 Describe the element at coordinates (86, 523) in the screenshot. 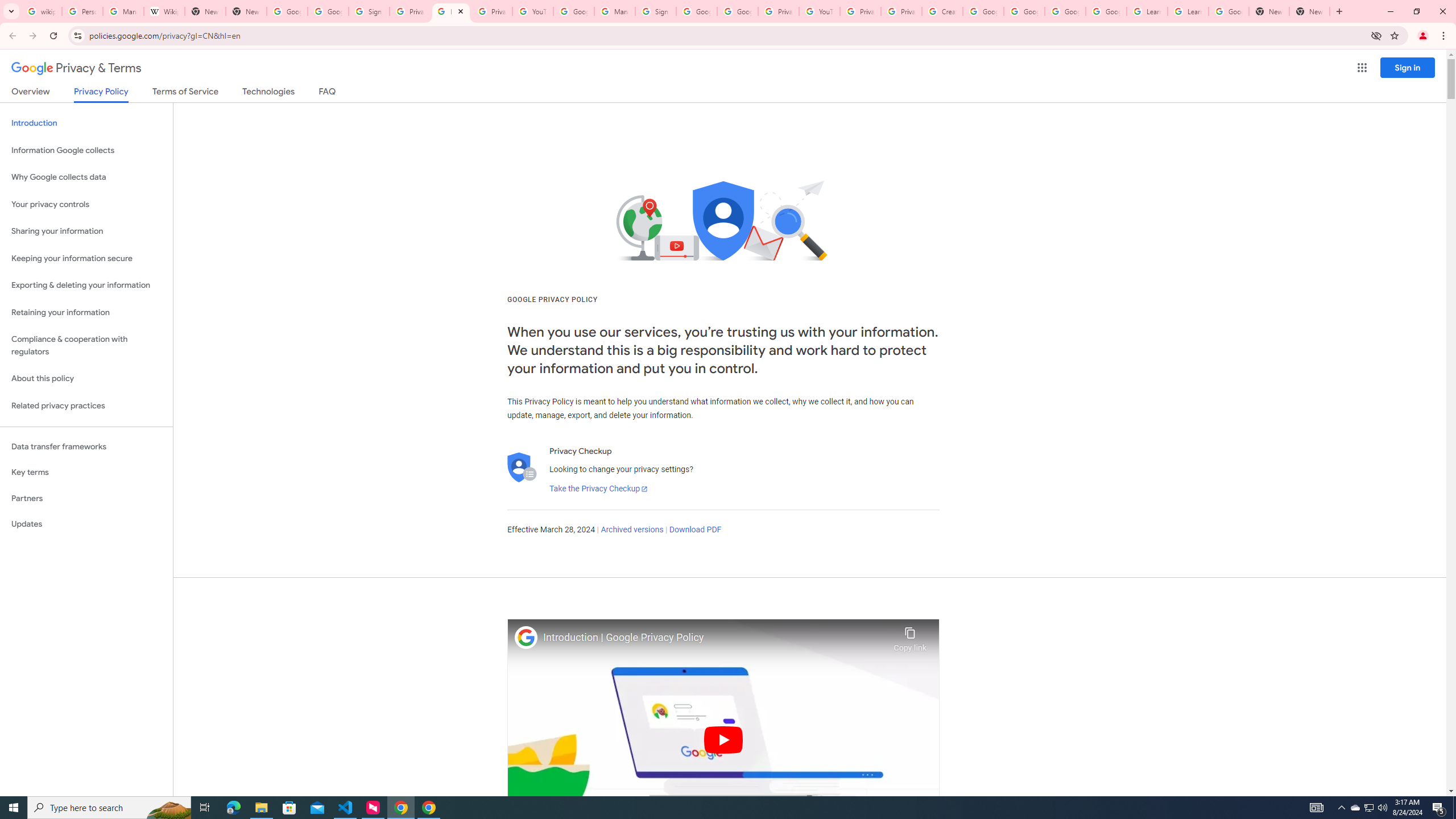

I see `'Updates'` at that location.